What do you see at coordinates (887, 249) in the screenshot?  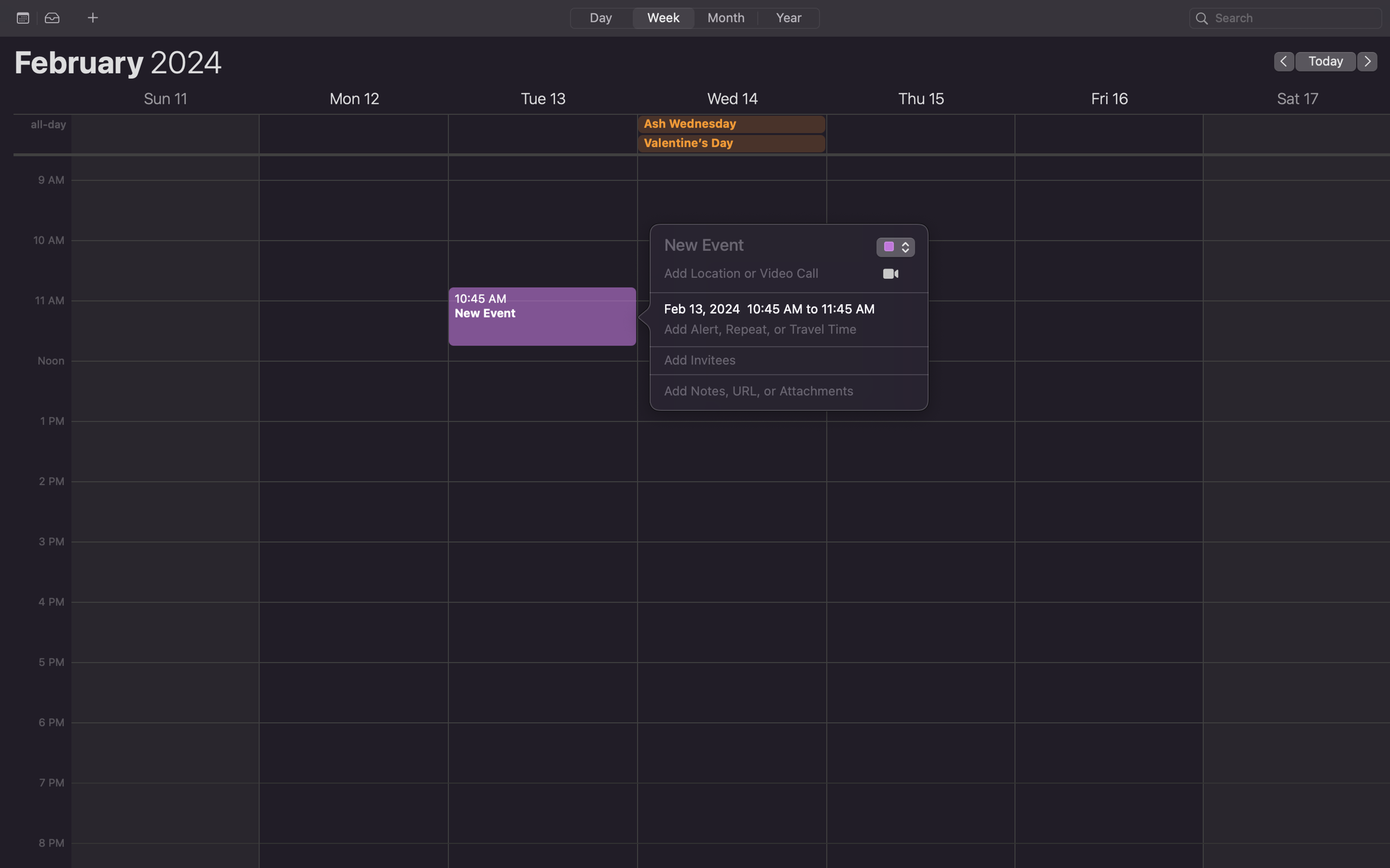 I see `Type "Workshop" within the session type field` at bounding box center [887, 249].